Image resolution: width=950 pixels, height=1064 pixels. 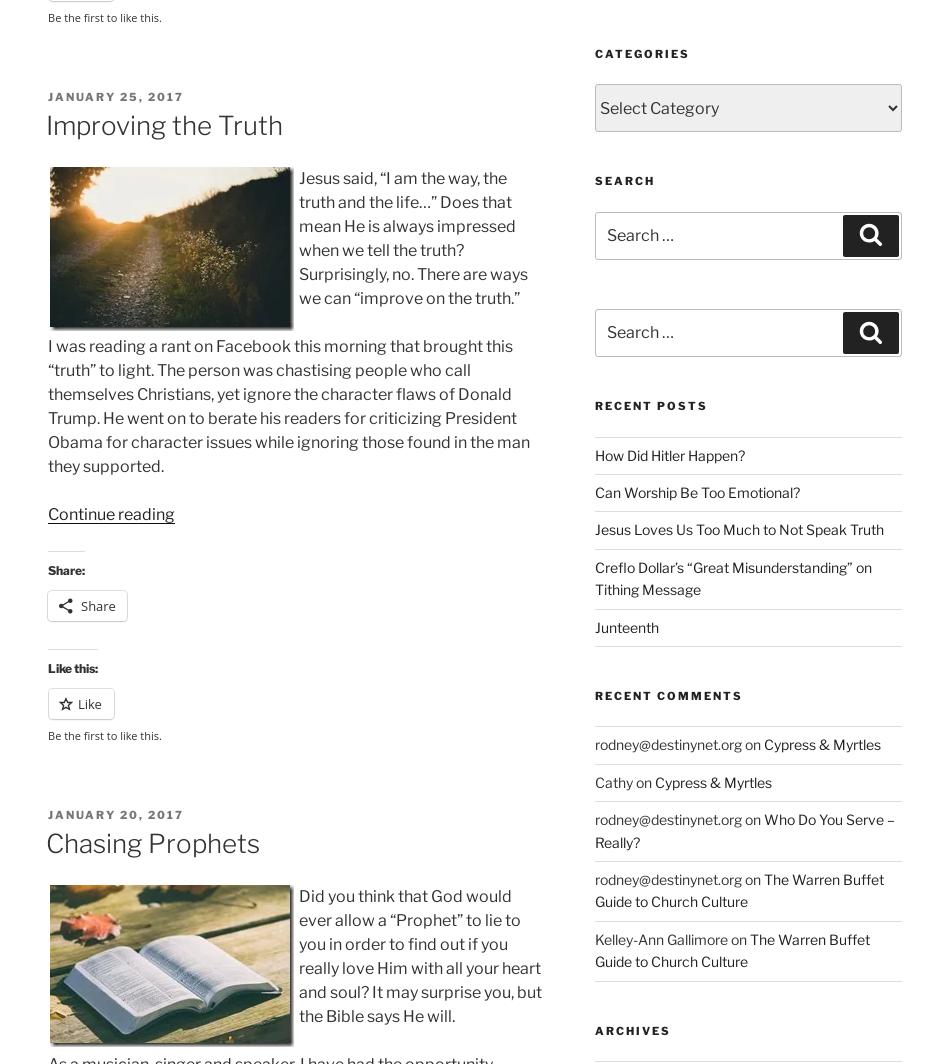 What do you see at coordinates (668, 454) in the screenshot?
I see `'How Did Hitler Happen?'` at bounding box center [668, 454].